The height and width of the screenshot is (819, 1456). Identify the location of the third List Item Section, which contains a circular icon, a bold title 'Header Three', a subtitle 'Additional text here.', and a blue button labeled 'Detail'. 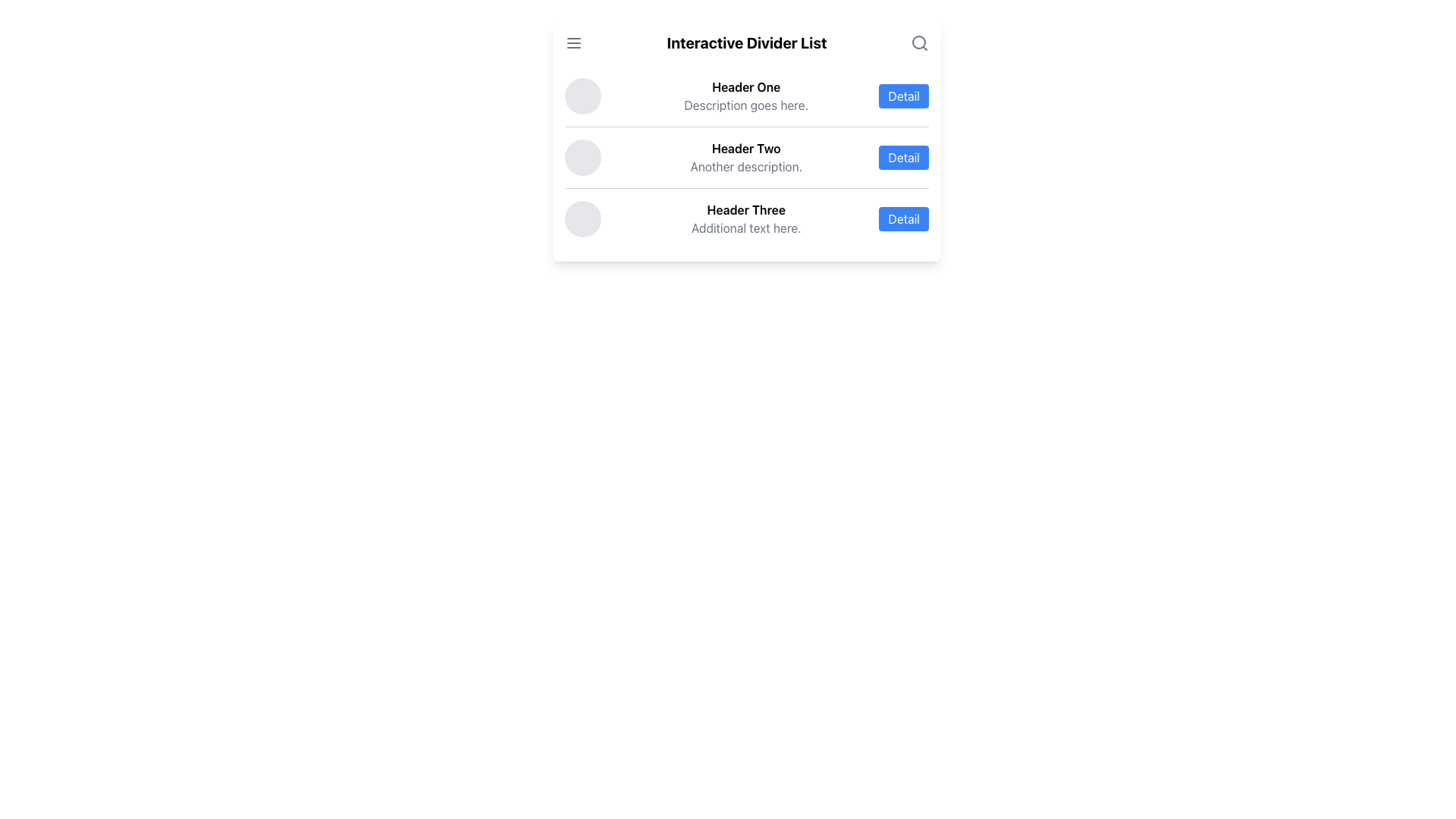
(746, 218).